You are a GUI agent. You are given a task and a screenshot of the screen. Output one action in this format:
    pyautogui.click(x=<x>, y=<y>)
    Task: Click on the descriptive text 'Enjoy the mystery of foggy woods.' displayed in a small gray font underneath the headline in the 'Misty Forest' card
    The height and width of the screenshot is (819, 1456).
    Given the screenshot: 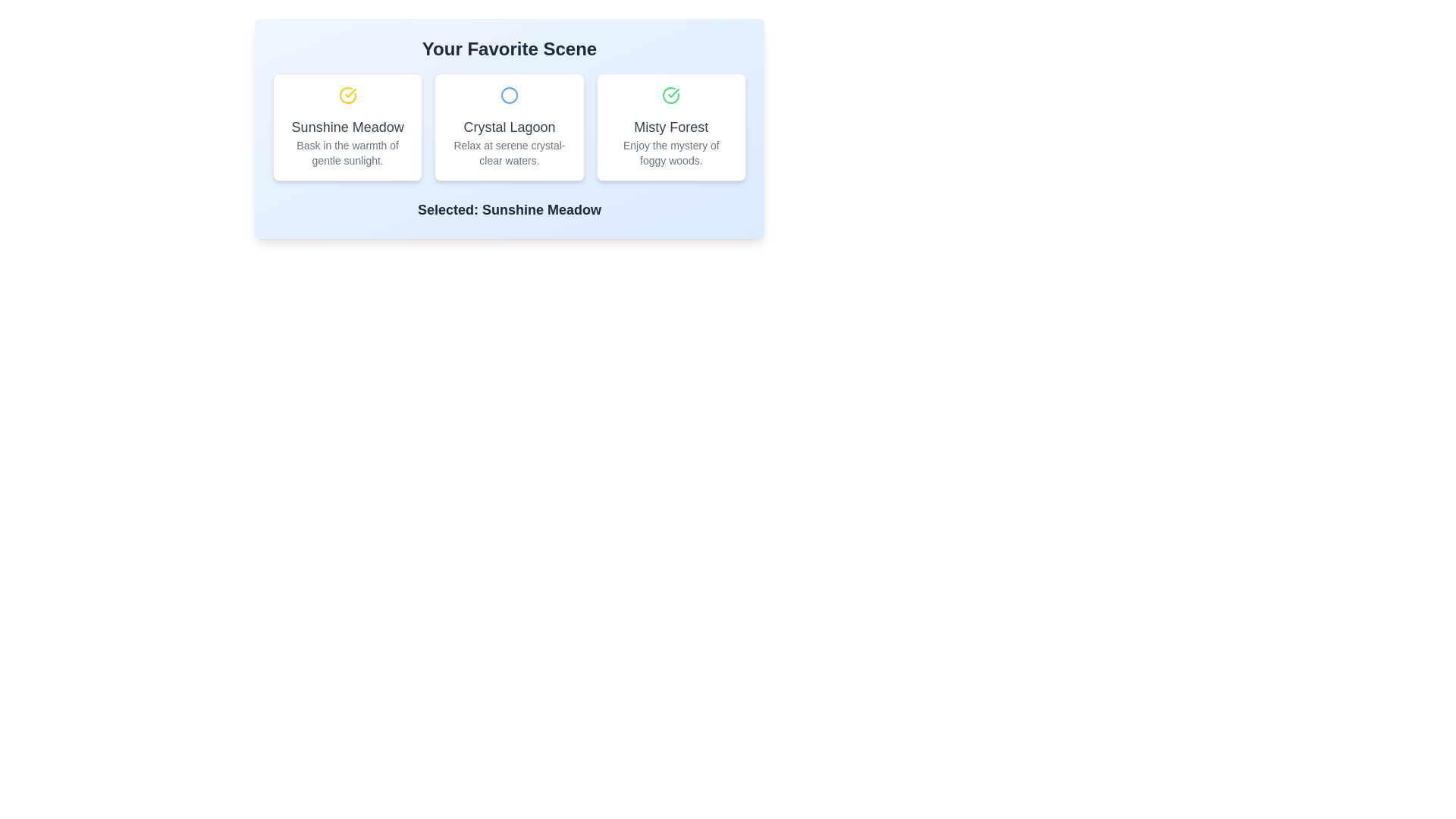 What is the action you would take?
    pyautogui.click(x=670, y=152)
    